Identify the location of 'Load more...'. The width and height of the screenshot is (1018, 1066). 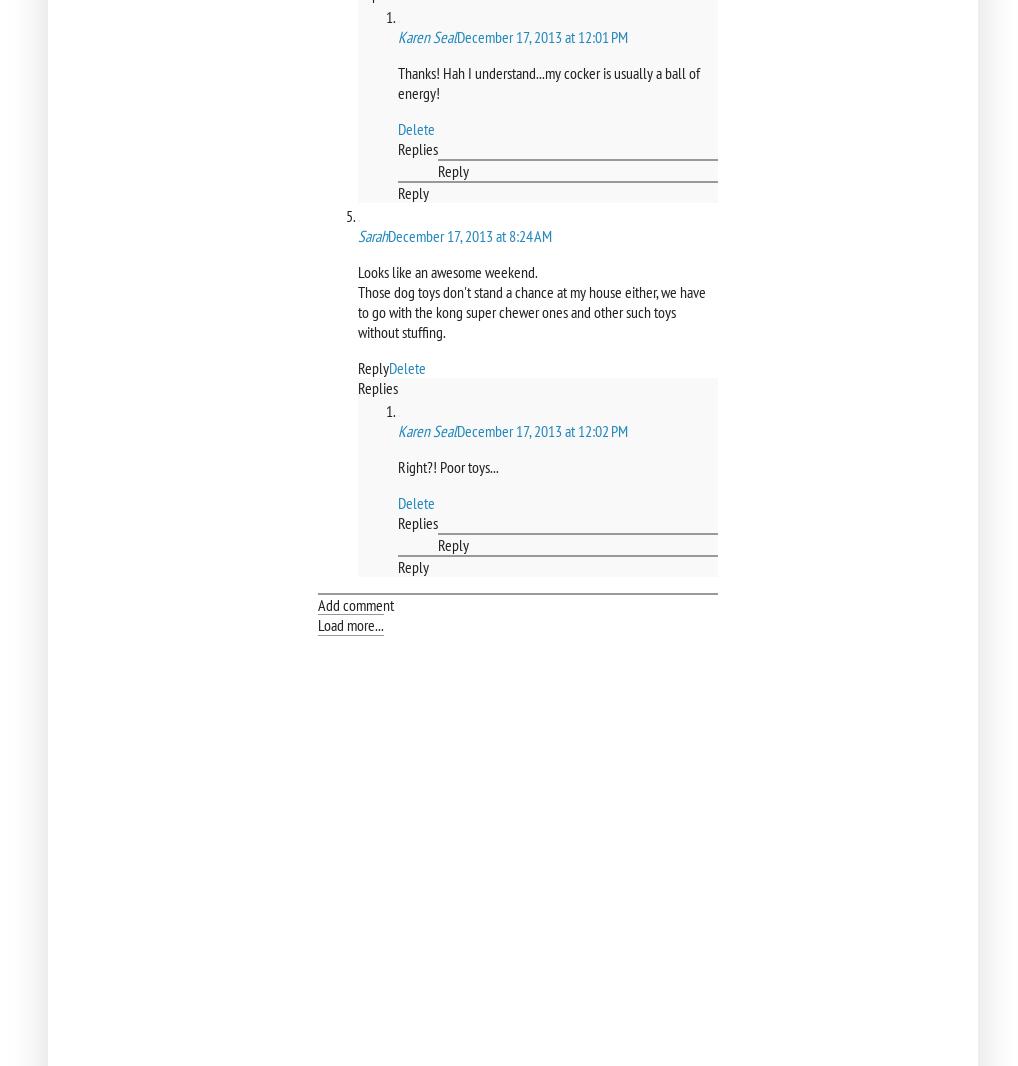
(350, 623).